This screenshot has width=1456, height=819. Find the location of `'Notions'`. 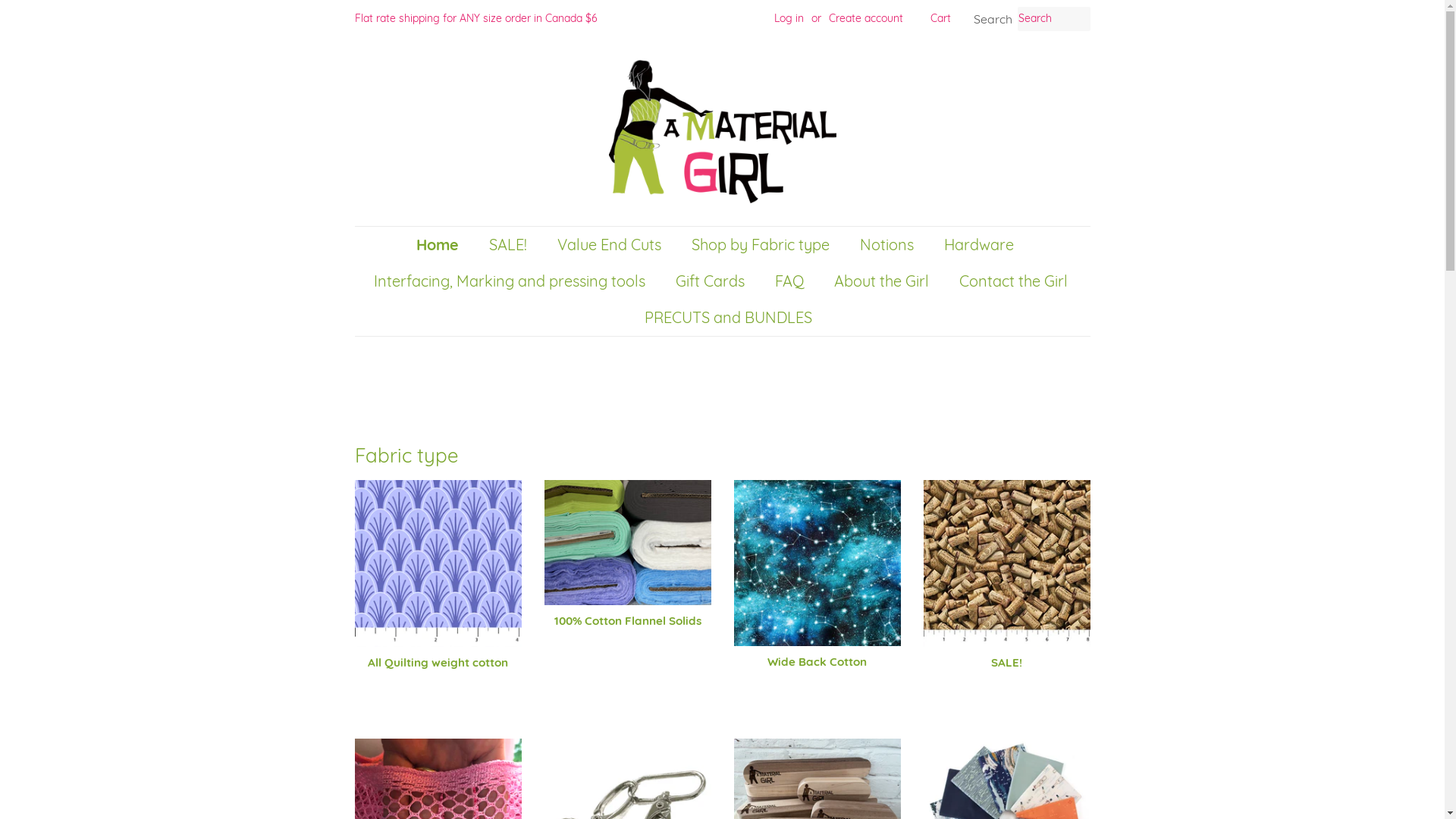

'Notions' is located at coordinates (847, 244).